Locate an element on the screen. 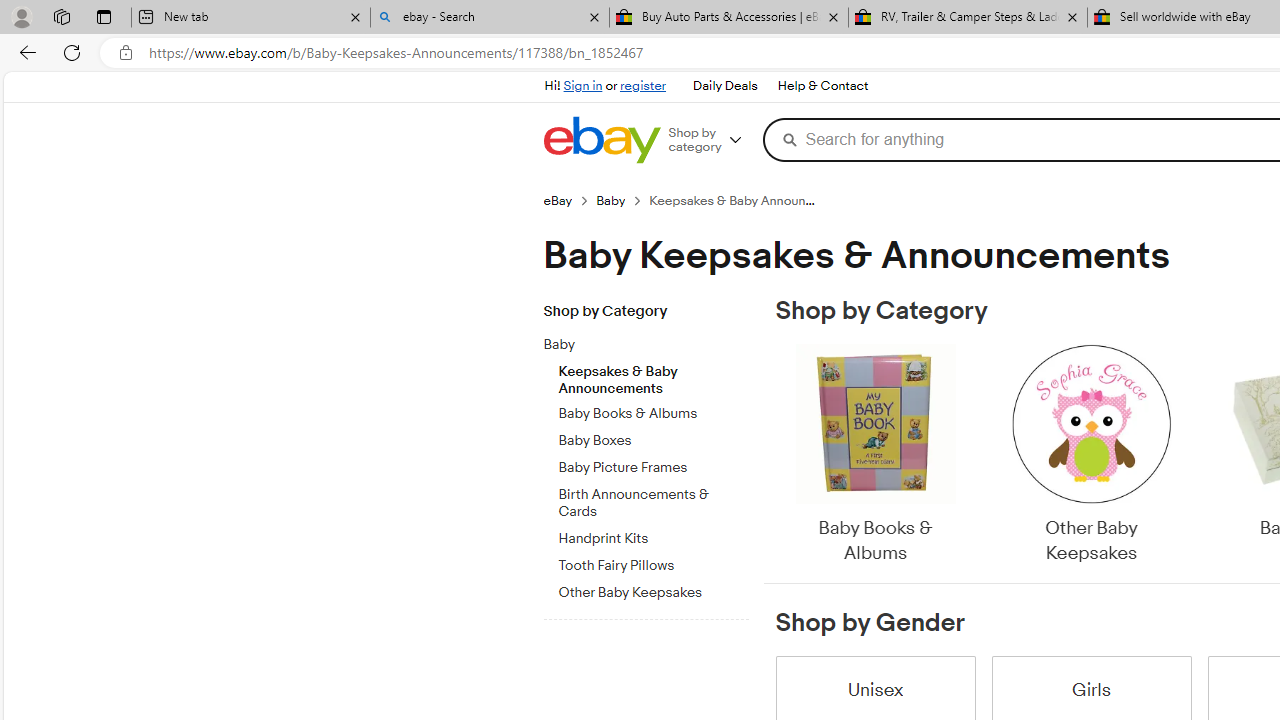 This screenshot has height=720, width=1280. 'RV, Trailer & Camper Steps & Ladders for sale | eBay' is located at coordinates (967, 17).